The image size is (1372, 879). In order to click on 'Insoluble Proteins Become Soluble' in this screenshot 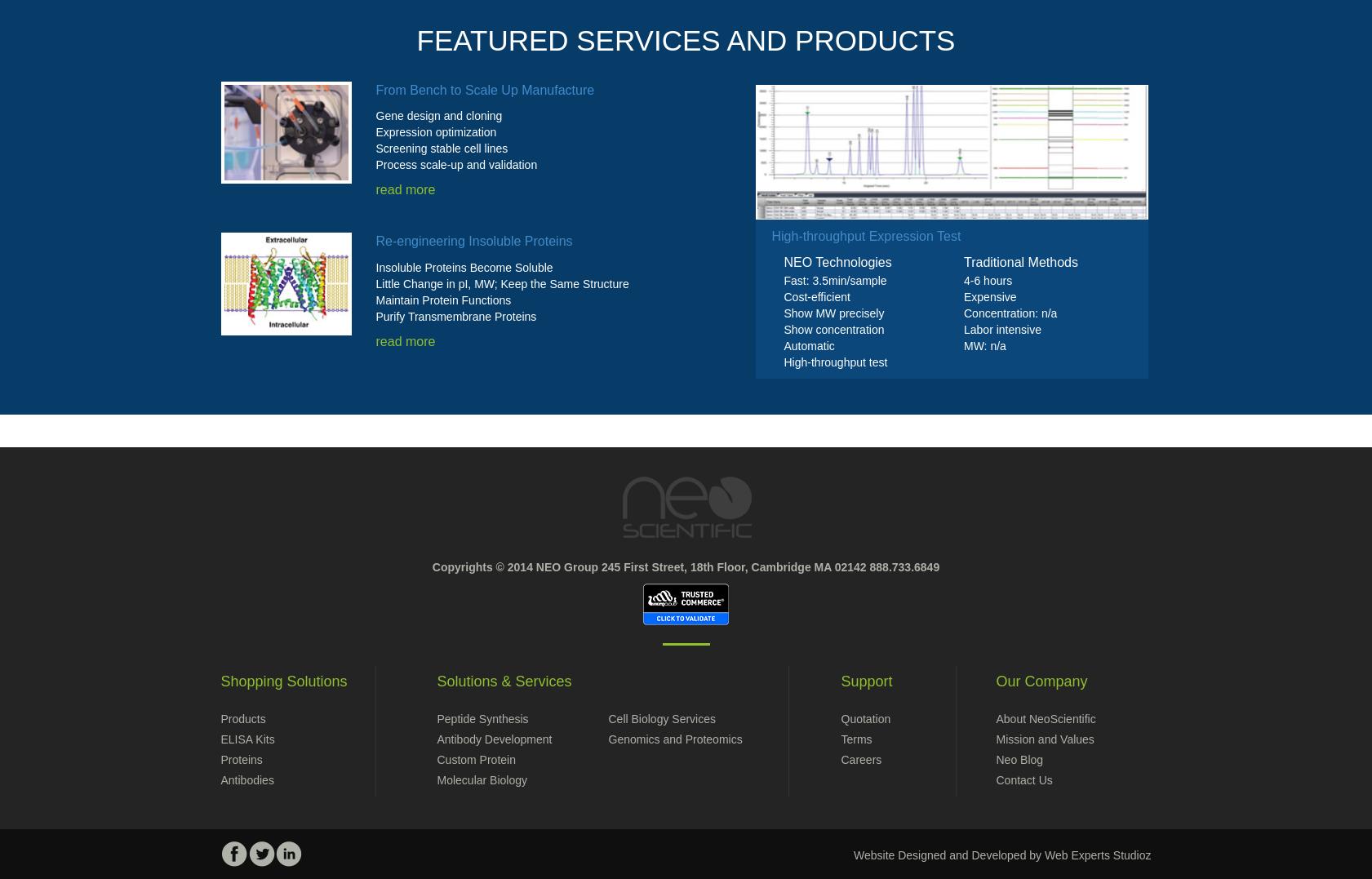, I will do `click(463, 267)`.